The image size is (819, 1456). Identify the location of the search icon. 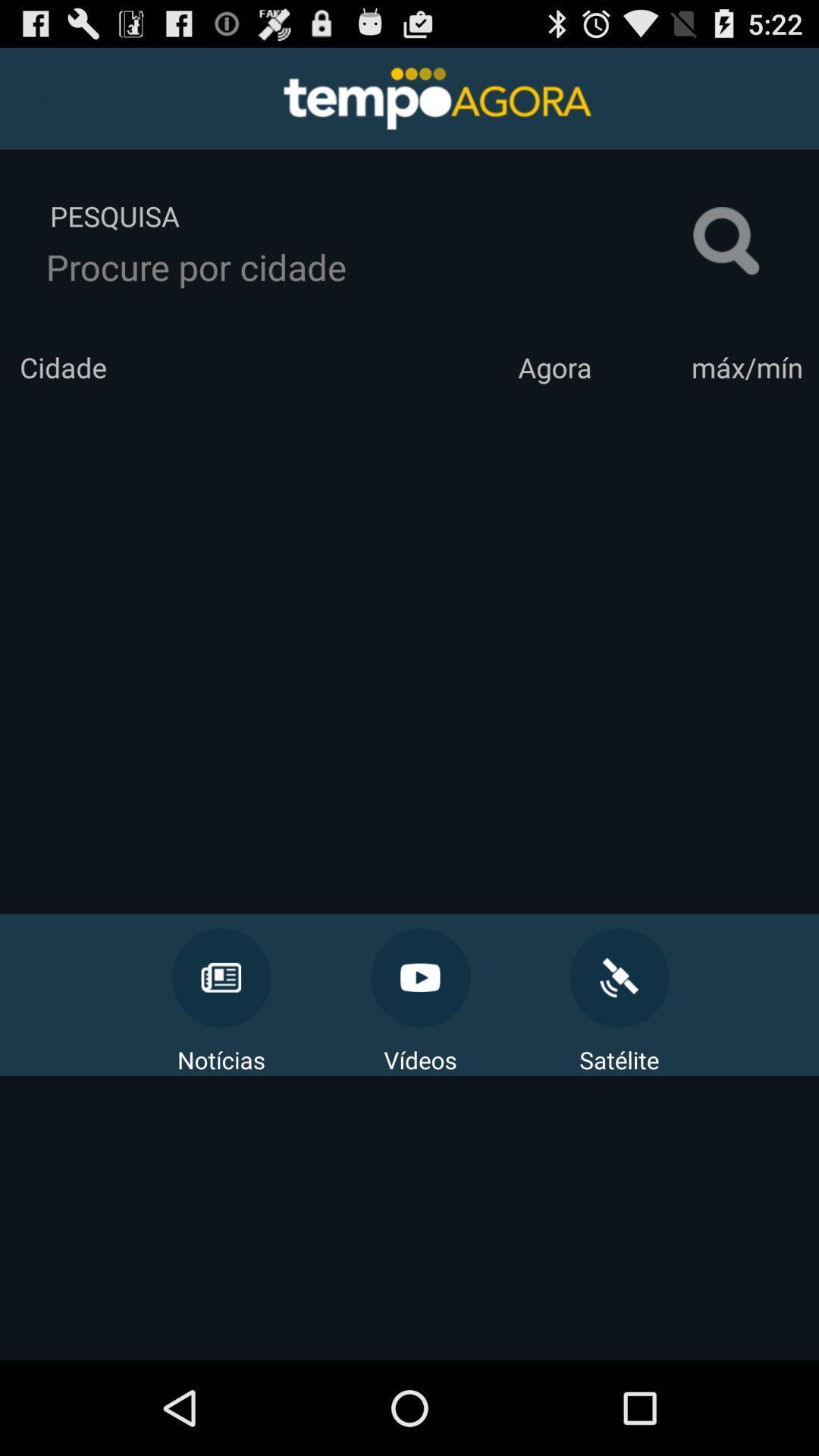
(725, 257).